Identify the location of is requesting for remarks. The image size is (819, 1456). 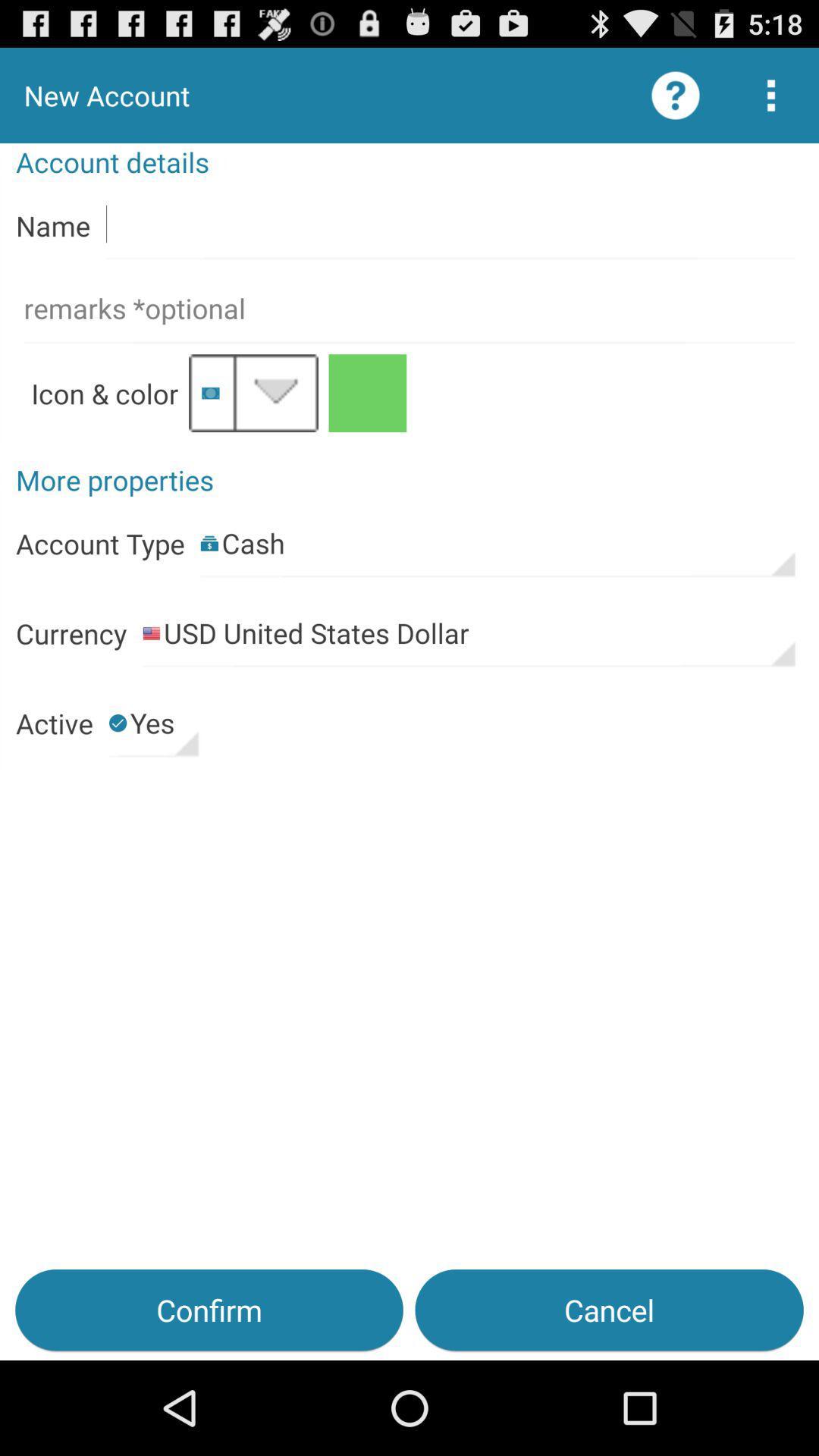
(409, 309).